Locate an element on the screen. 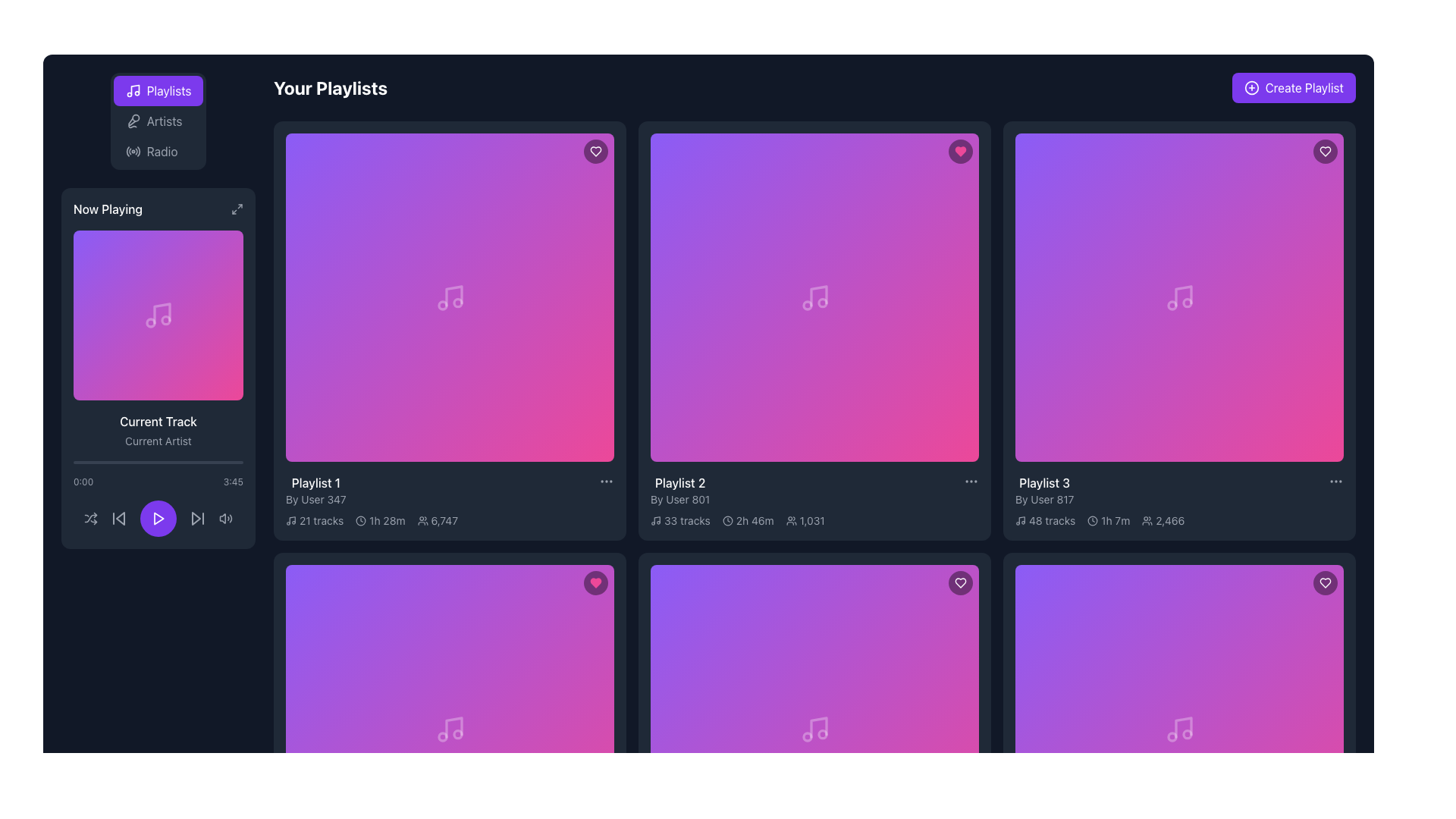 The height and width of the screenshot is (819, 1456). the small circular button with a heart icon located at the top-right corner of the first playlist card to favorite the associated playlist is located at coordinates (595, 152).